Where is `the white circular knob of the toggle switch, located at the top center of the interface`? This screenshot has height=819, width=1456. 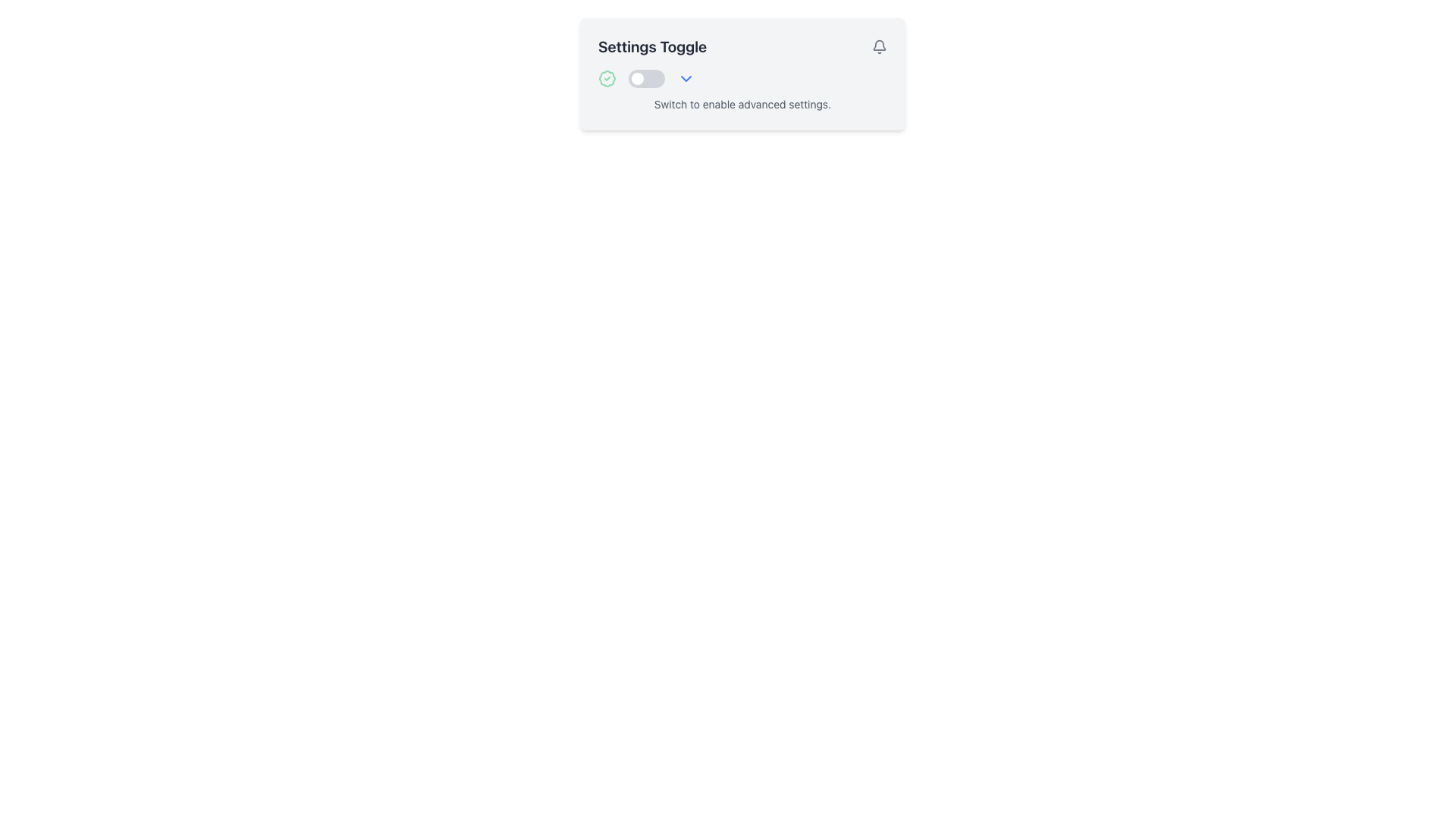 the white circular knob of the toggle switch, located at the top center of the interface is located at coordinates (647, 79).